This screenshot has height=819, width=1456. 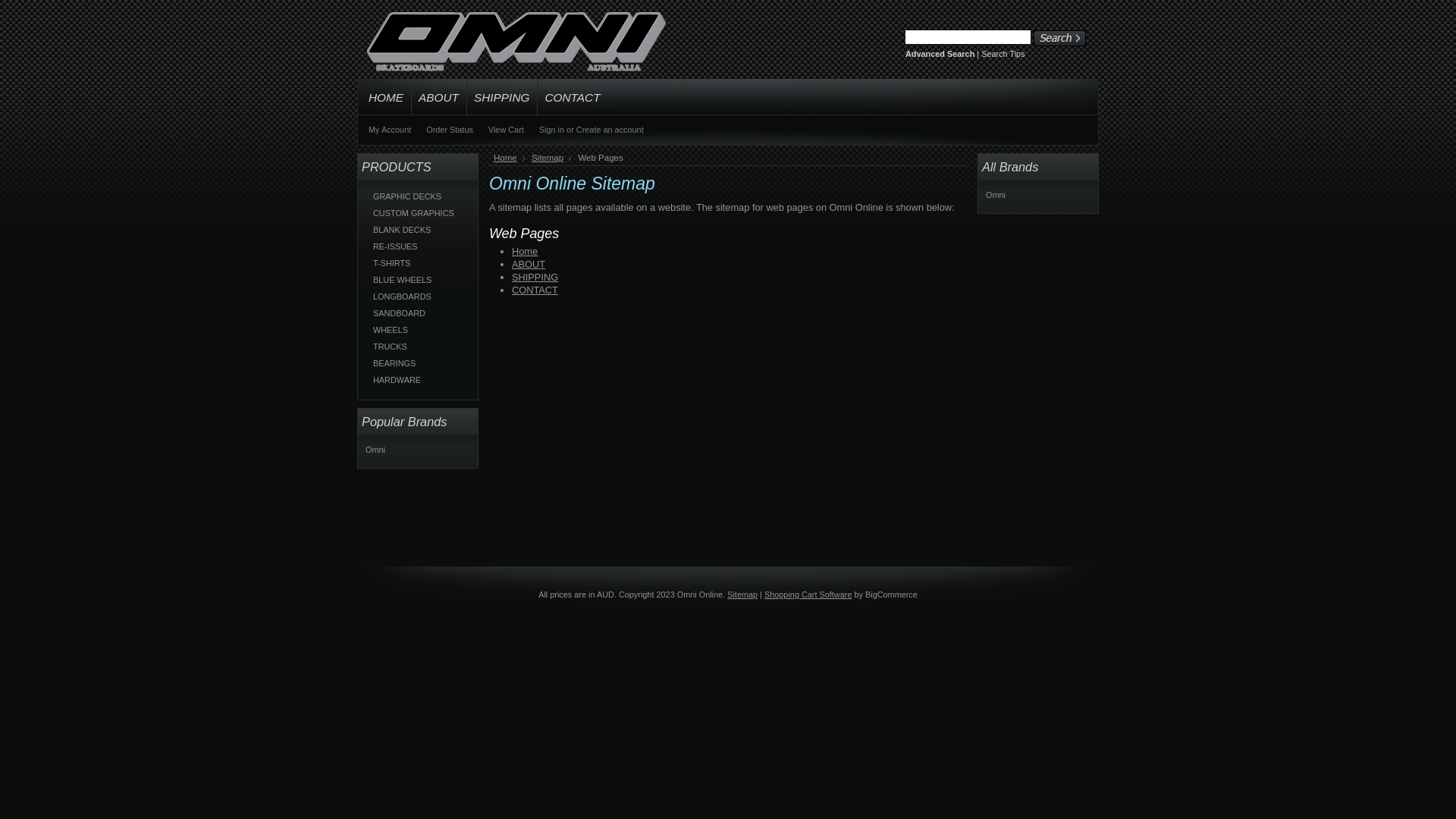 What do you see at coordinates (575, 128) in the screenshot?
I see `'Create an account'` at bounding box center [575, 128].